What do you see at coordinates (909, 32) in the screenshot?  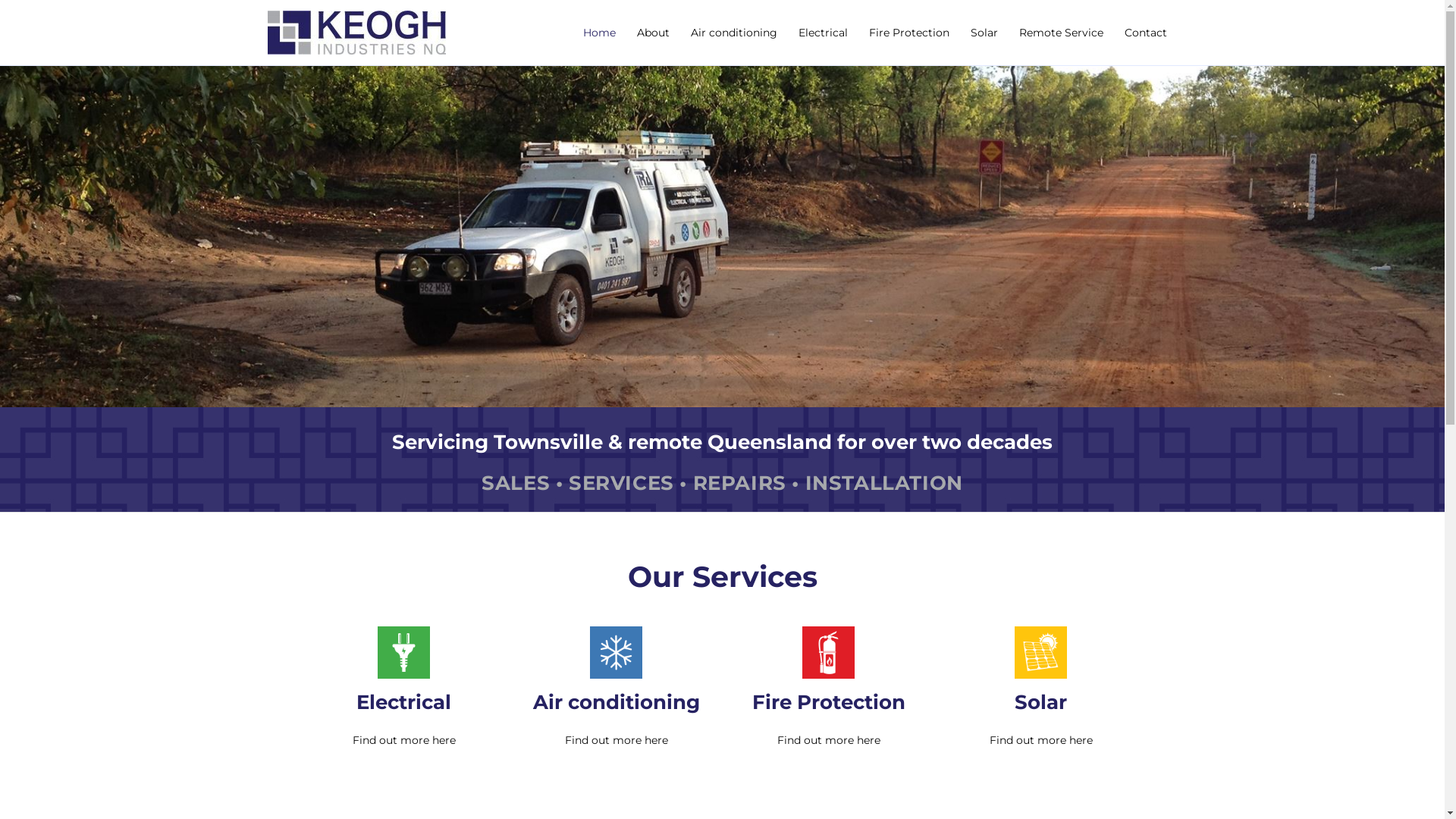 I see `'Fire Protection'` at bounding box center [909, 32].